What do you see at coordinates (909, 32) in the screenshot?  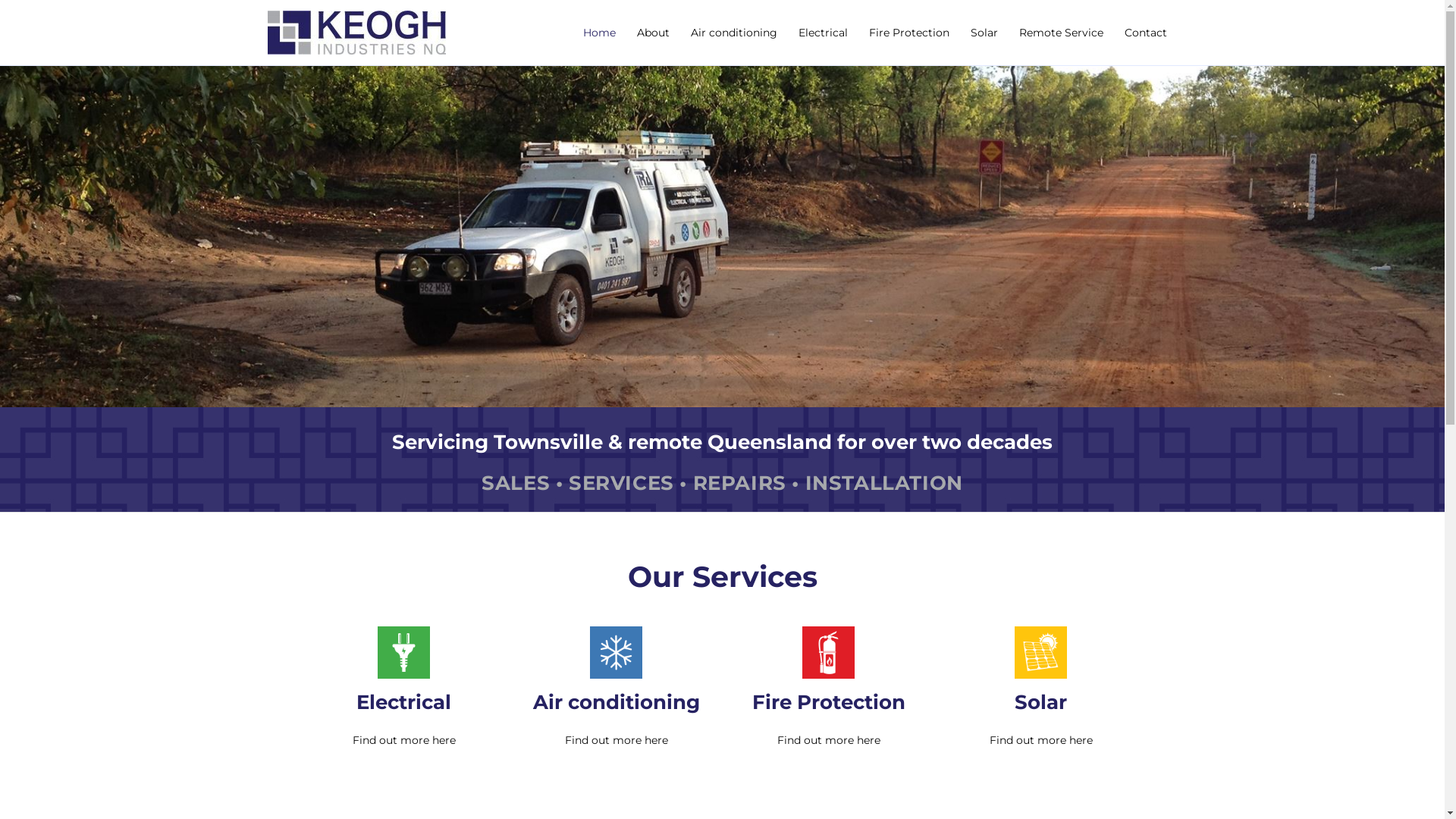 I see `'Fire Protection'` at bounding box center [909, 32].